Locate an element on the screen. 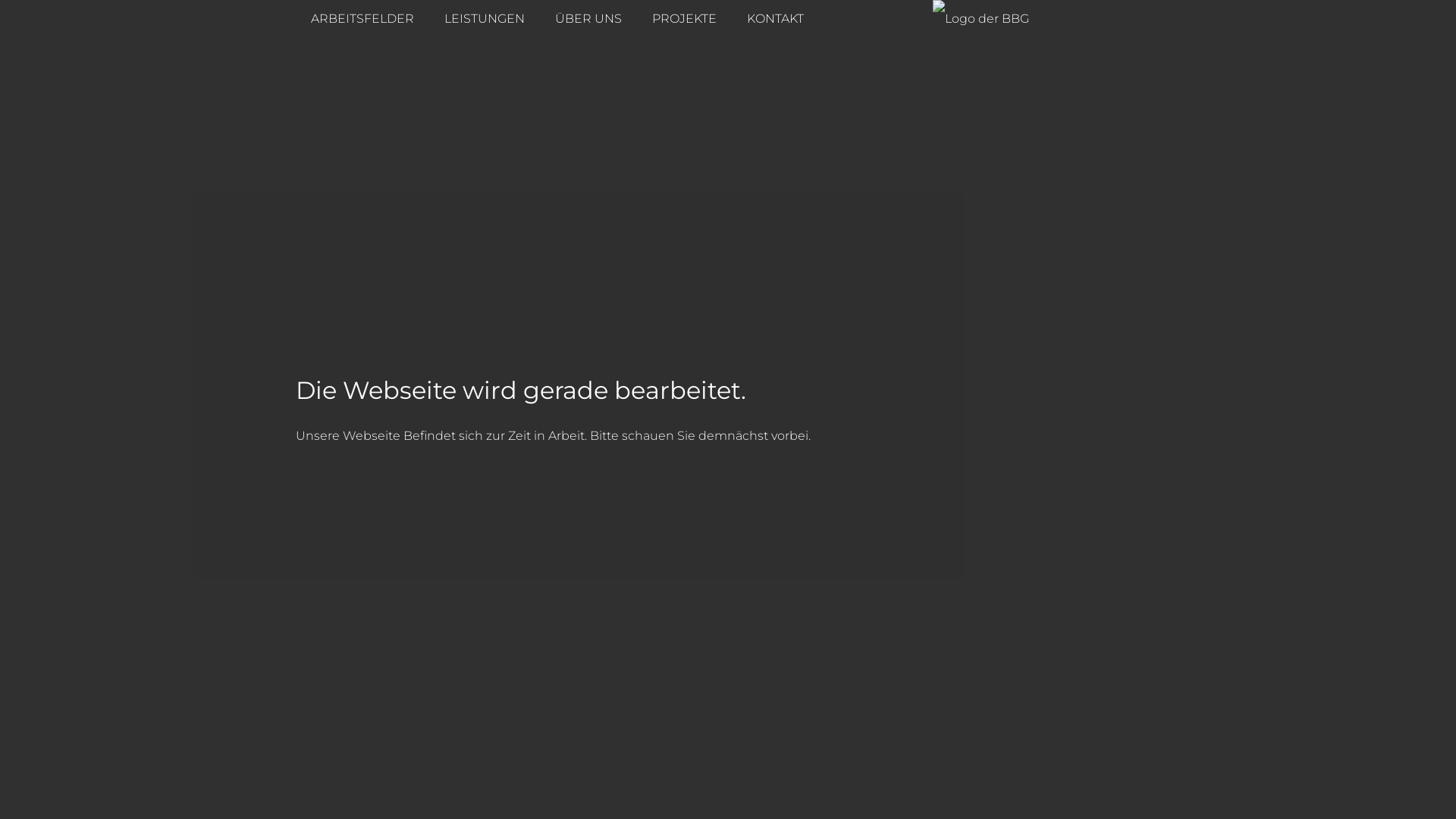 This screenshot has width=1456, height=819. 'PROJEKTE' is located at coordinates (683, 18).